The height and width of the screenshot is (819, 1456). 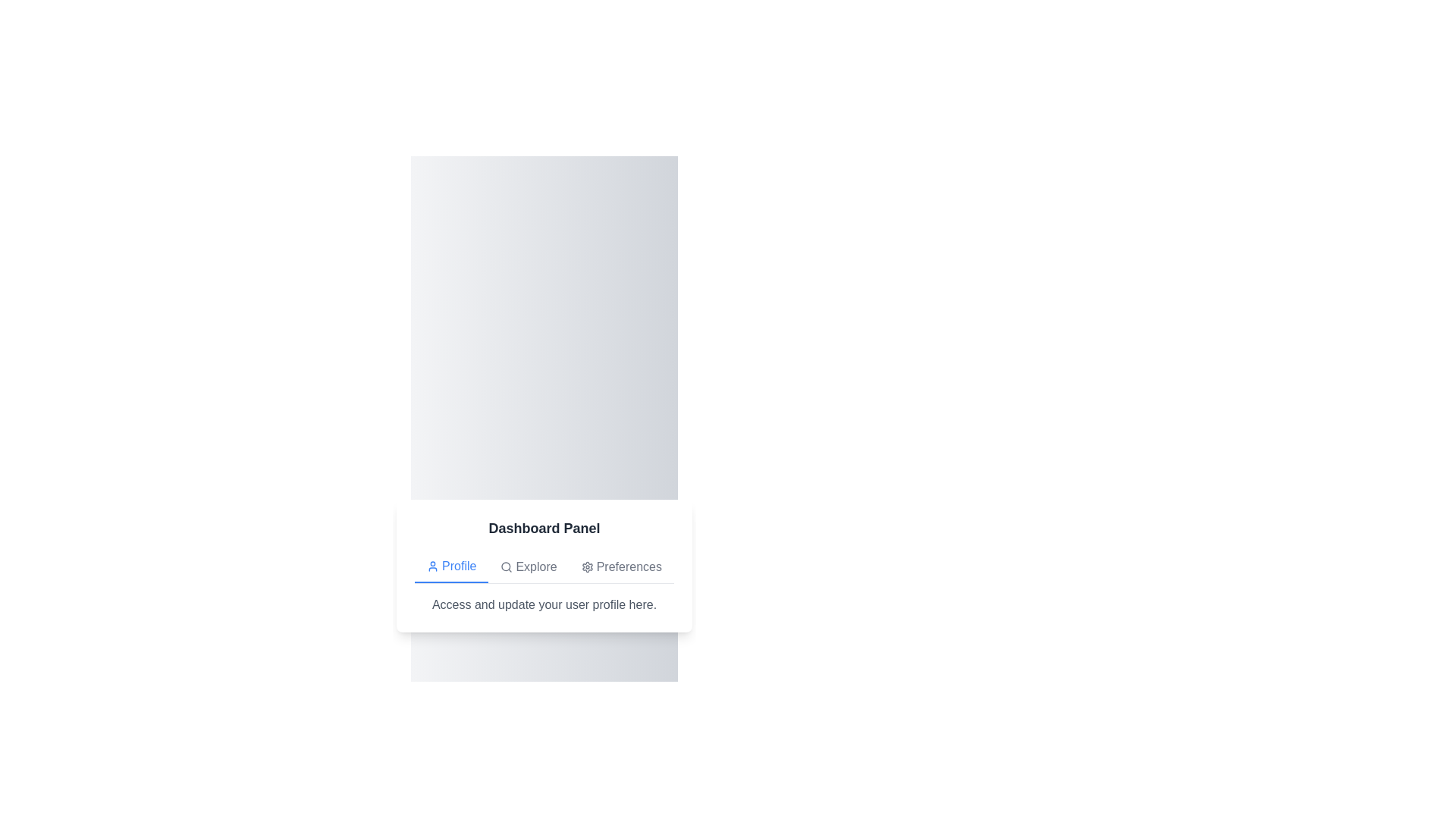 I want to click on the button located in the center of the top navigation menu, adjacent to the 'Profile' and 'Preferences' tabs, so click(x=529, y=566).